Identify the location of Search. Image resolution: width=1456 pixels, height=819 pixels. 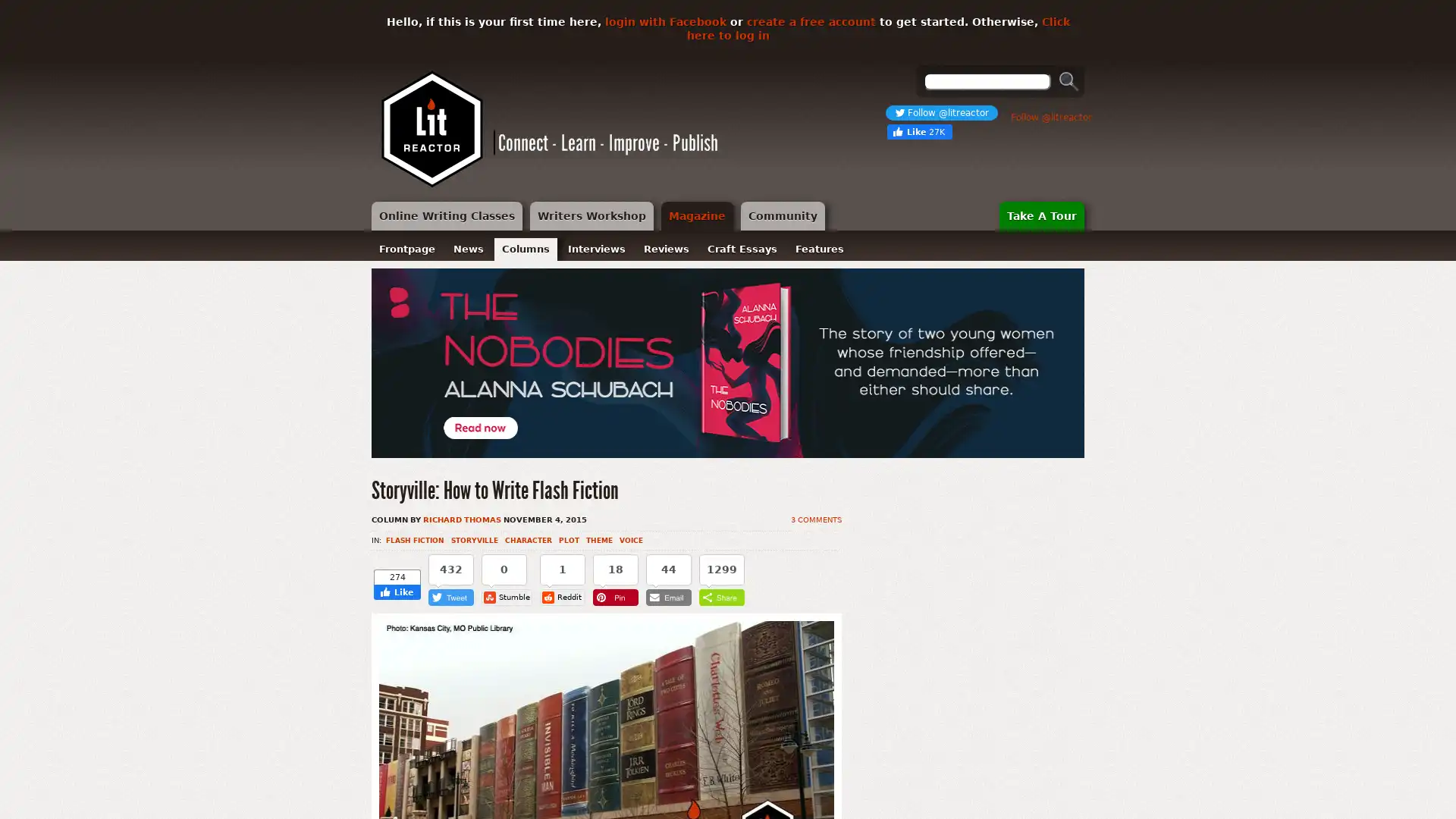
(1068, 81).